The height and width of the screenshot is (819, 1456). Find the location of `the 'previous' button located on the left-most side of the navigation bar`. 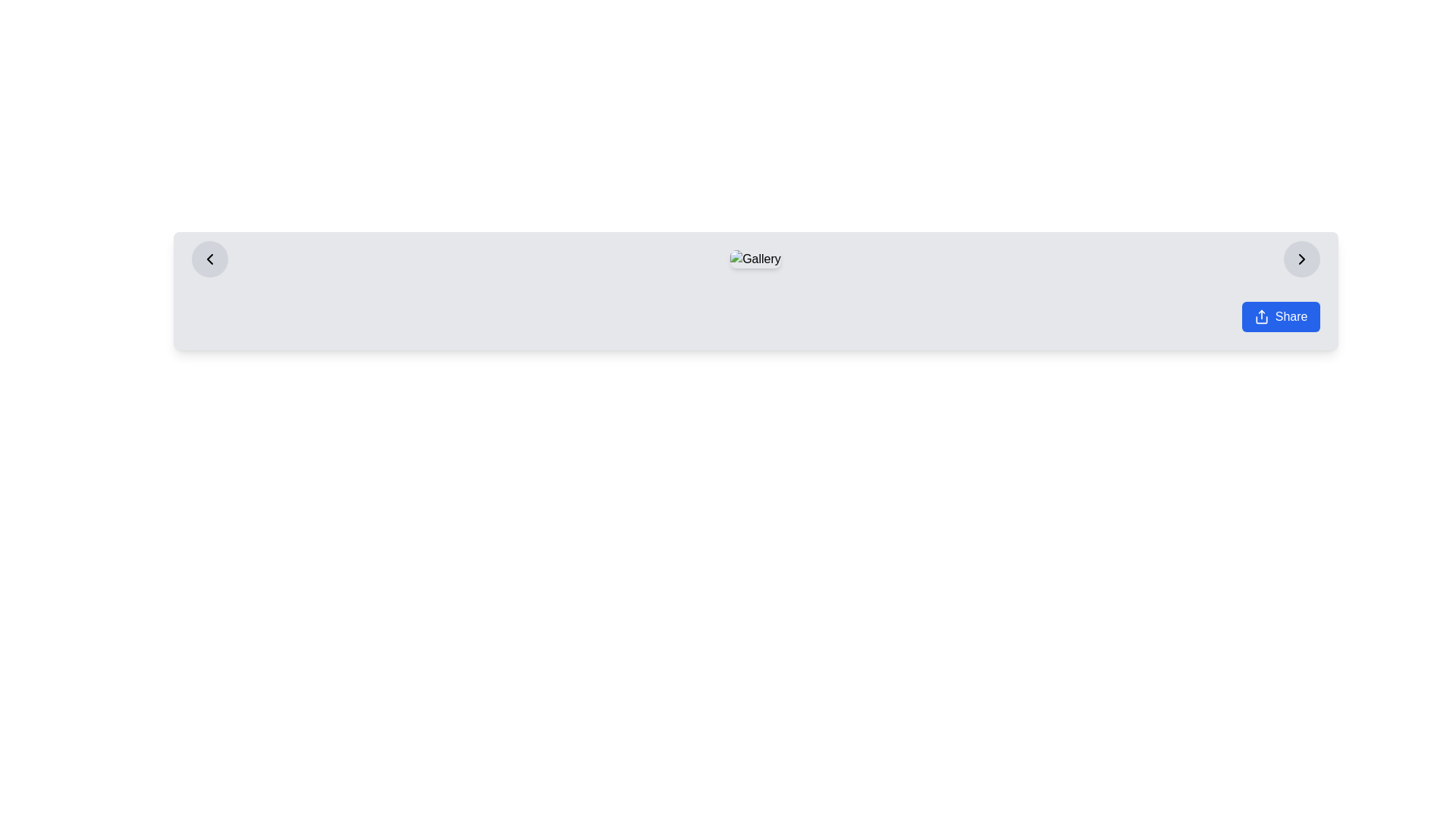

the 'previous' button located on the left-most side of the navigation bar is located at coordinates (209, 259).